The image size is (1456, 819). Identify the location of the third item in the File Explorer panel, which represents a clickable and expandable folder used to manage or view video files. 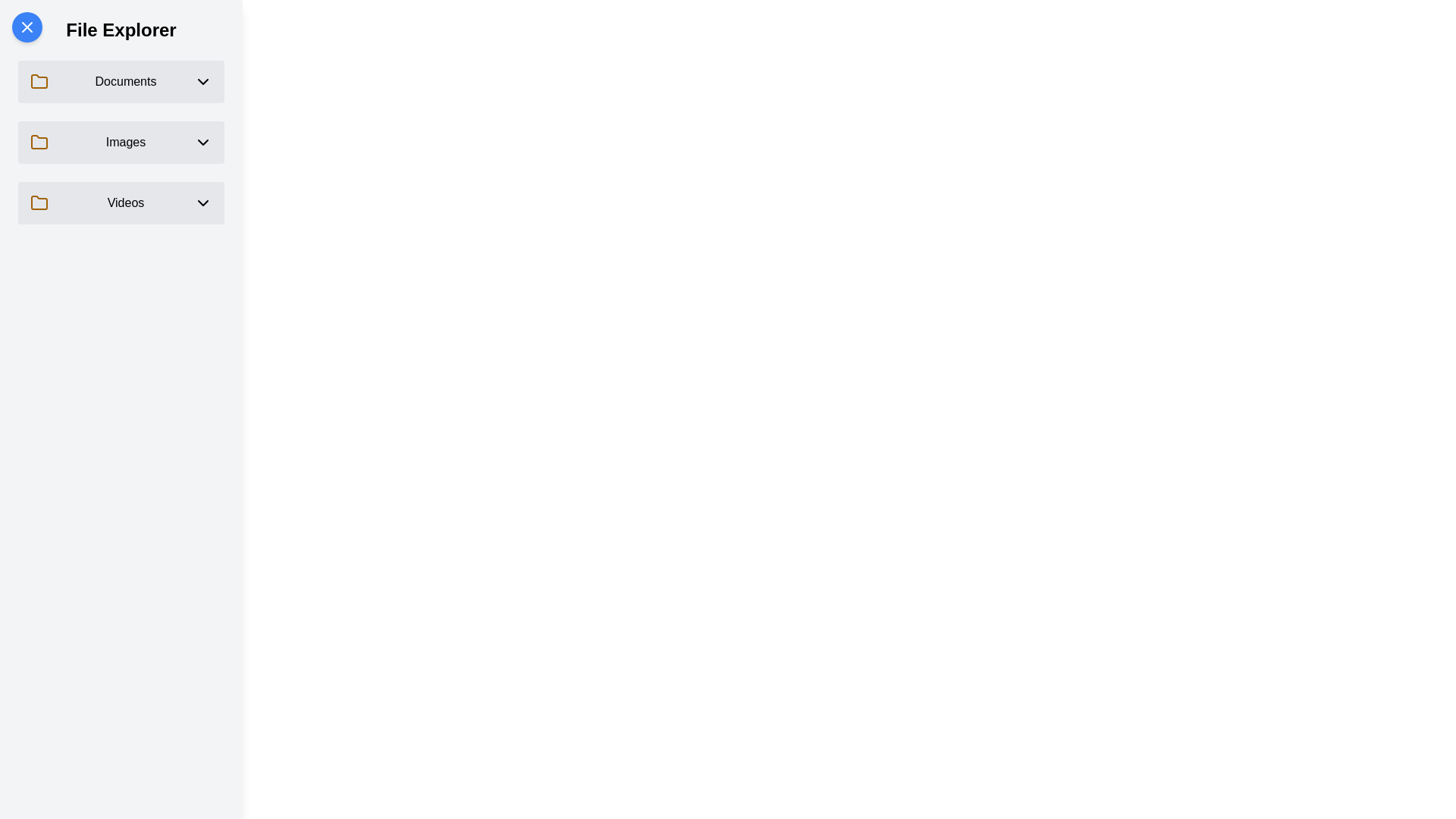
(120, 202).